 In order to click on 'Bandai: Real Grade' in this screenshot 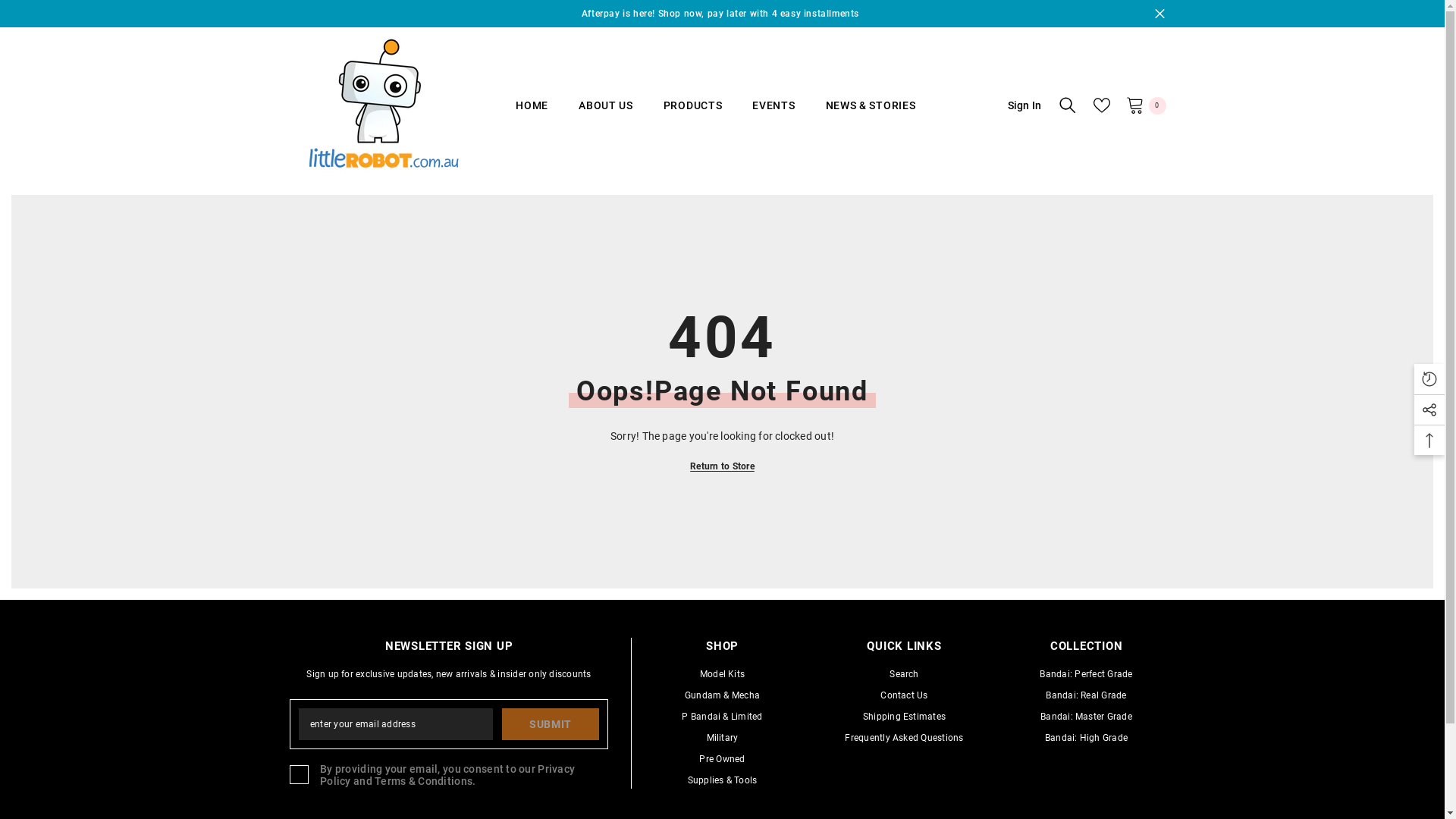, I will do `click(1084, 695)`.